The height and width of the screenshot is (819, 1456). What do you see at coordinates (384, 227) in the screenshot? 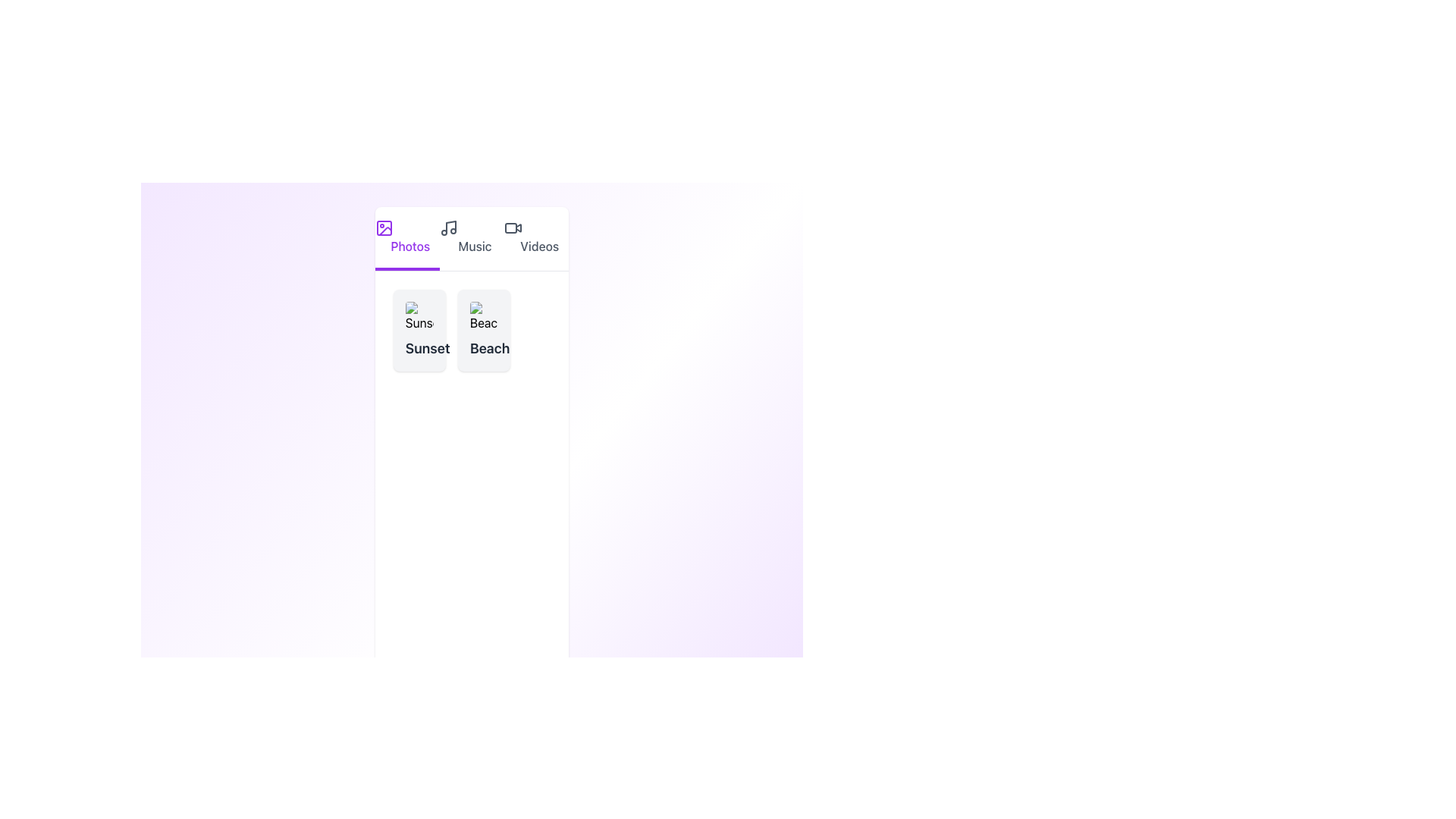
I see `the iconography of the Photos tab icon, which is located in the top-left part of the Photos tab, directly above the 'Photos' text label` at bounding box center [384, 227].